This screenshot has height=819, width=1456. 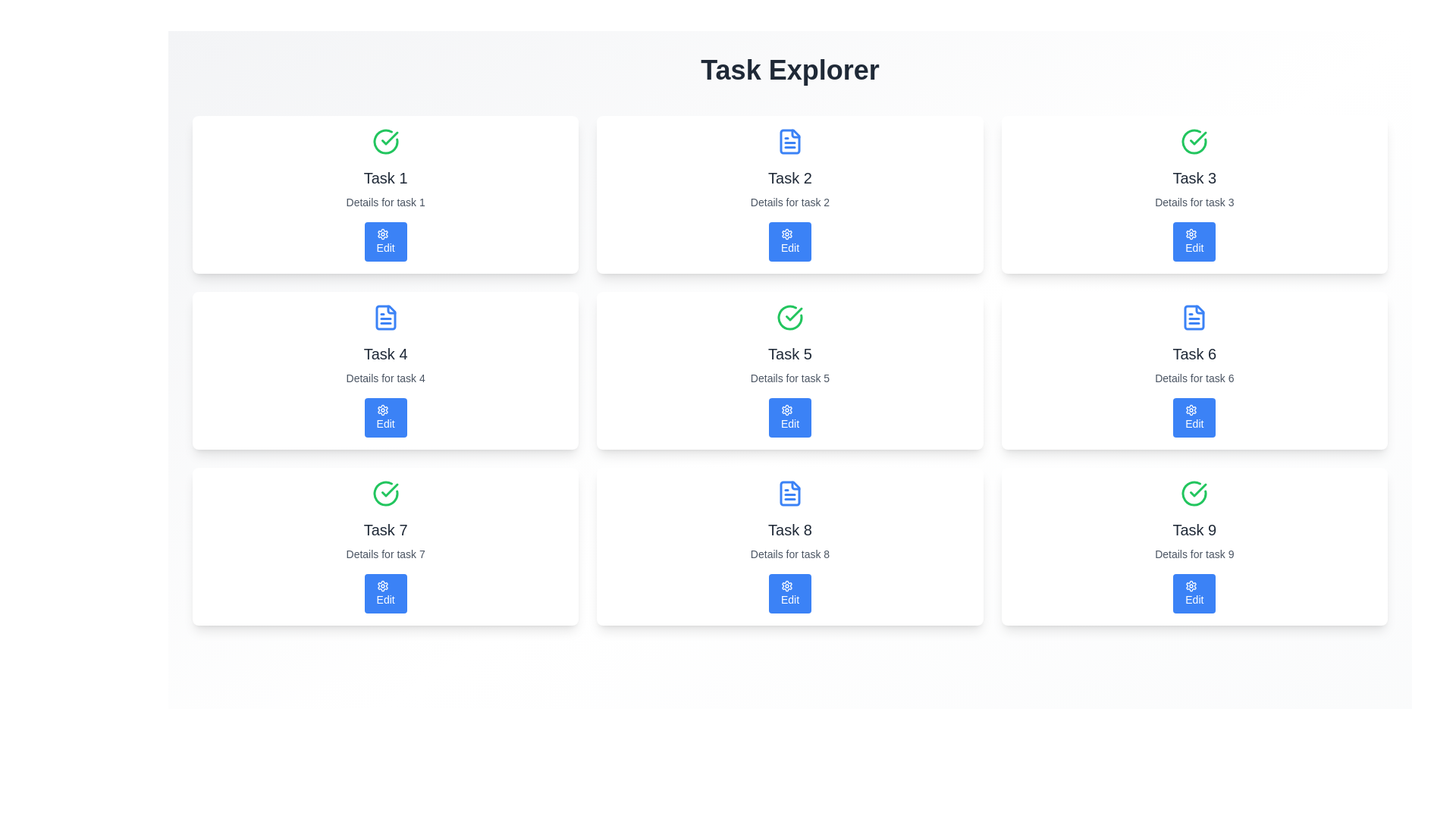 What do you see at coordinates (382, 409) in the screenshot?
I see `the circular blue gear icon located inside the 'Edit' button in the leftmost card of the second row labeled 'Task 4.'` at bounding box center [382, 409].